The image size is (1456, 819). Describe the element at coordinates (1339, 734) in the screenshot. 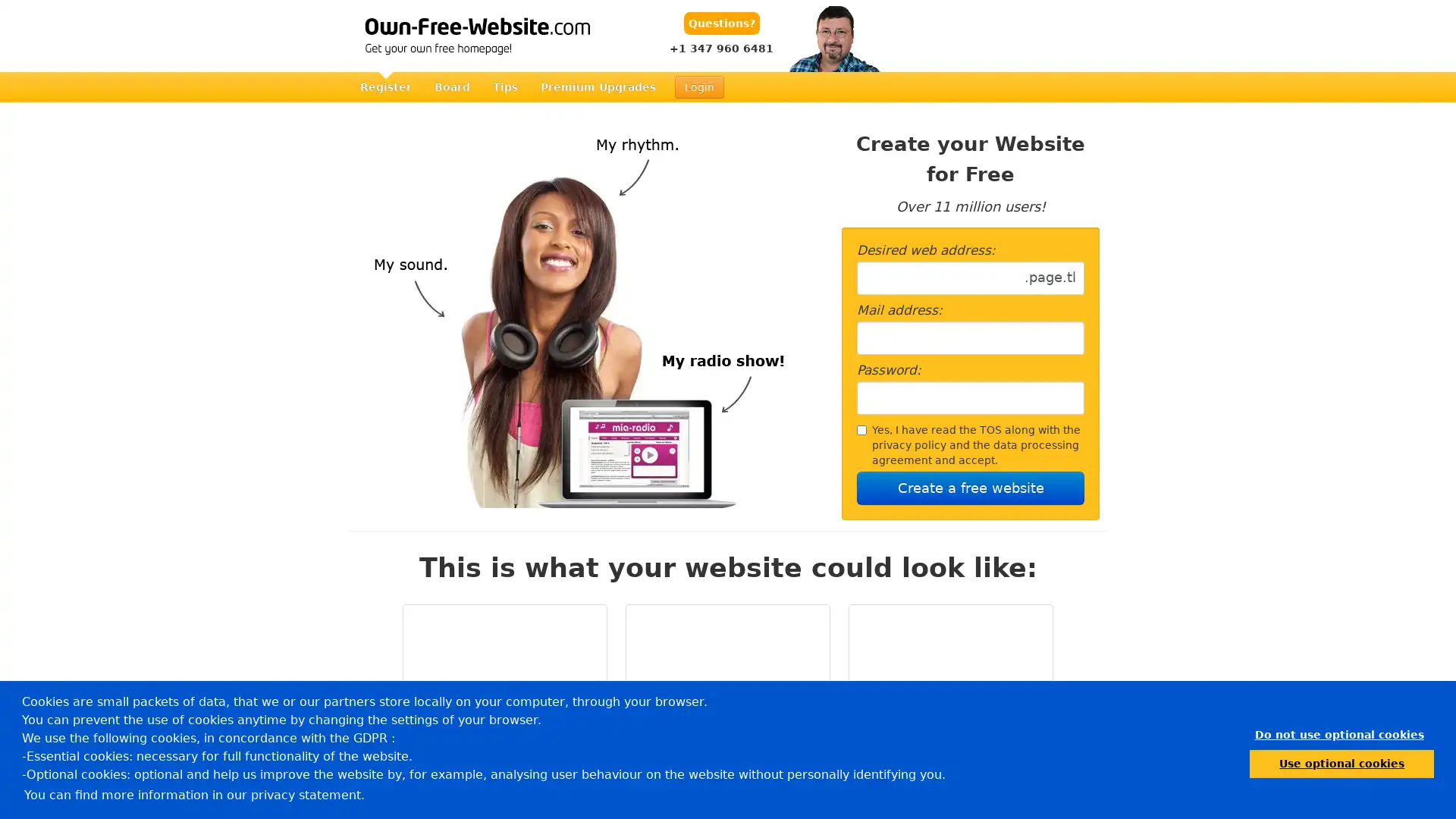

I see `dismiss cookie message` at that location.